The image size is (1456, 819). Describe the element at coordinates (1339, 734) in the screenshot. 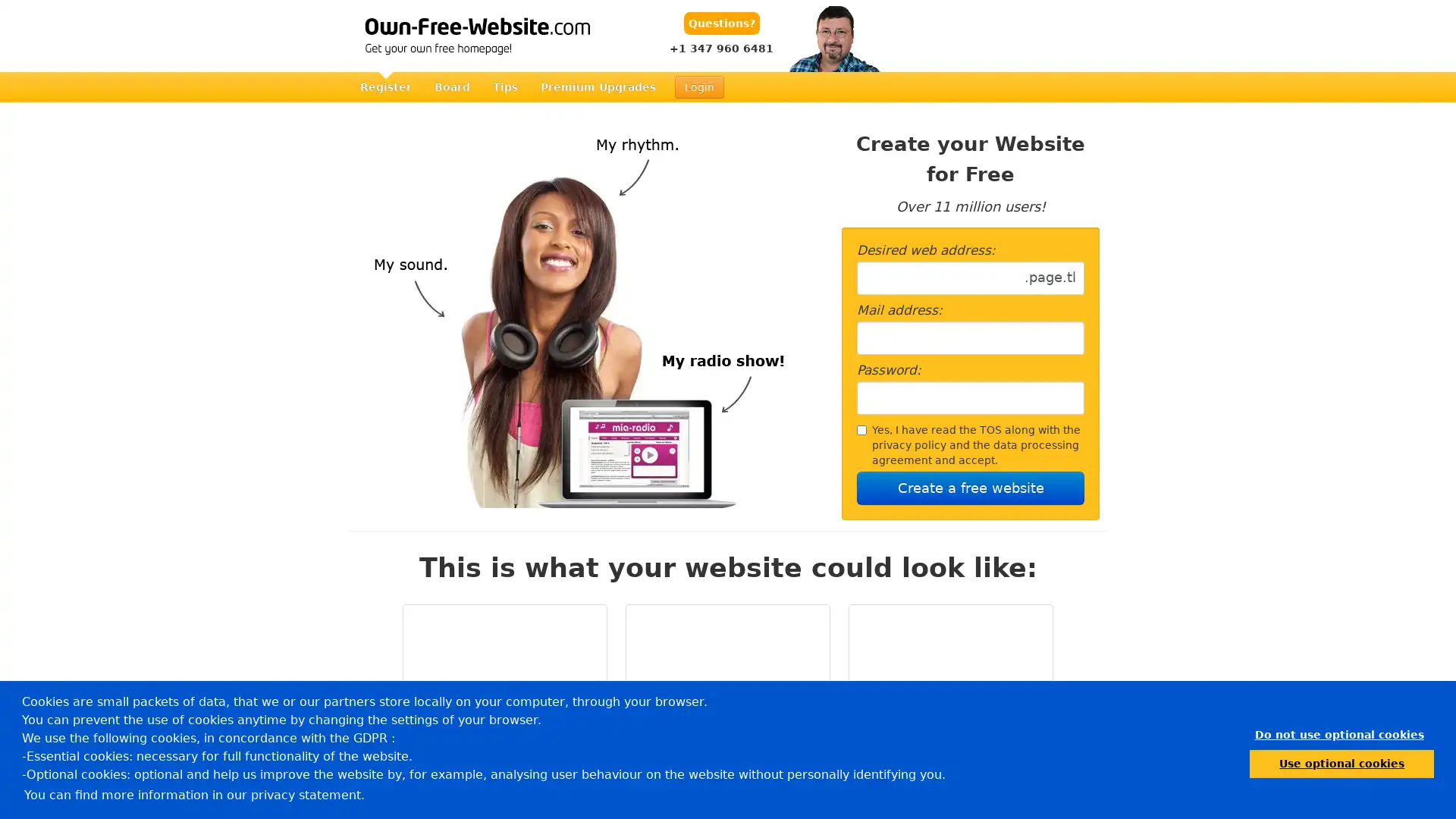

I see `dismiss cookie message` at that location.